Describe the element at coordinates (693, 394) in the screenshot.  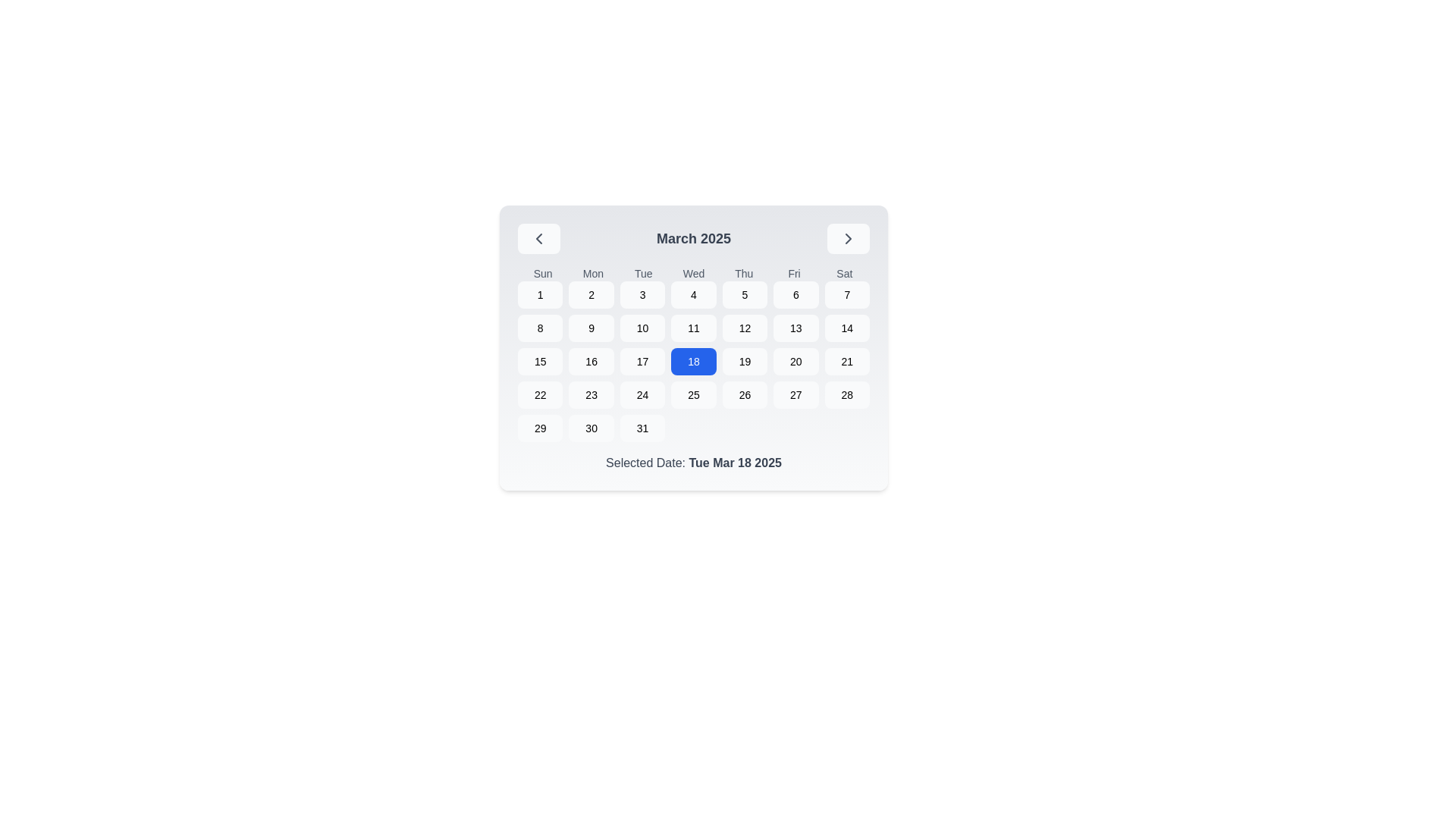
I see `the square button with rounded corners labeled '25' in the calendar layout` at that location.